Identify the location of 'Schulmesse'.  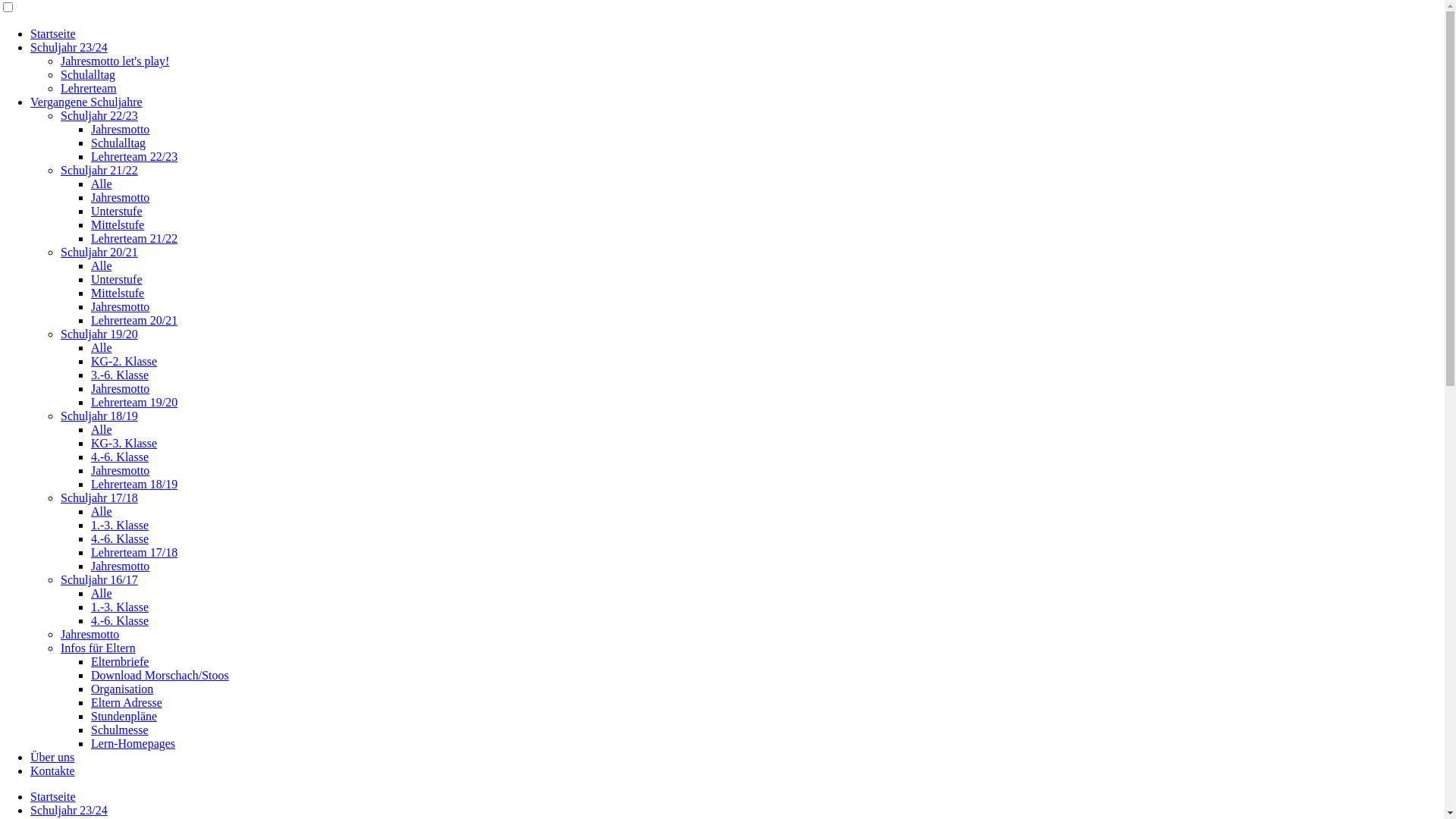
(90, 729).